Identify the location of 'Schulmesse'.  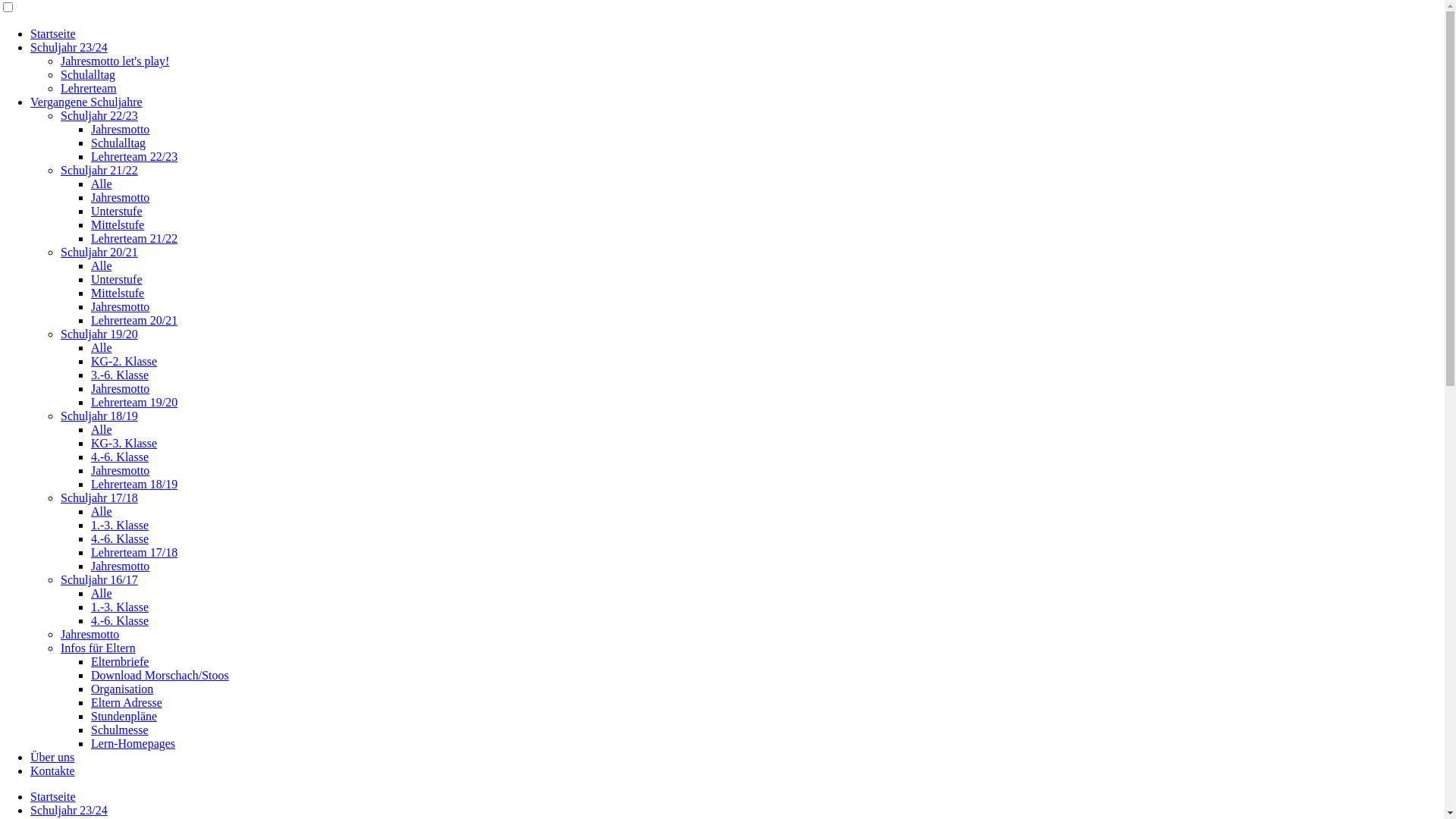
(90, 729).